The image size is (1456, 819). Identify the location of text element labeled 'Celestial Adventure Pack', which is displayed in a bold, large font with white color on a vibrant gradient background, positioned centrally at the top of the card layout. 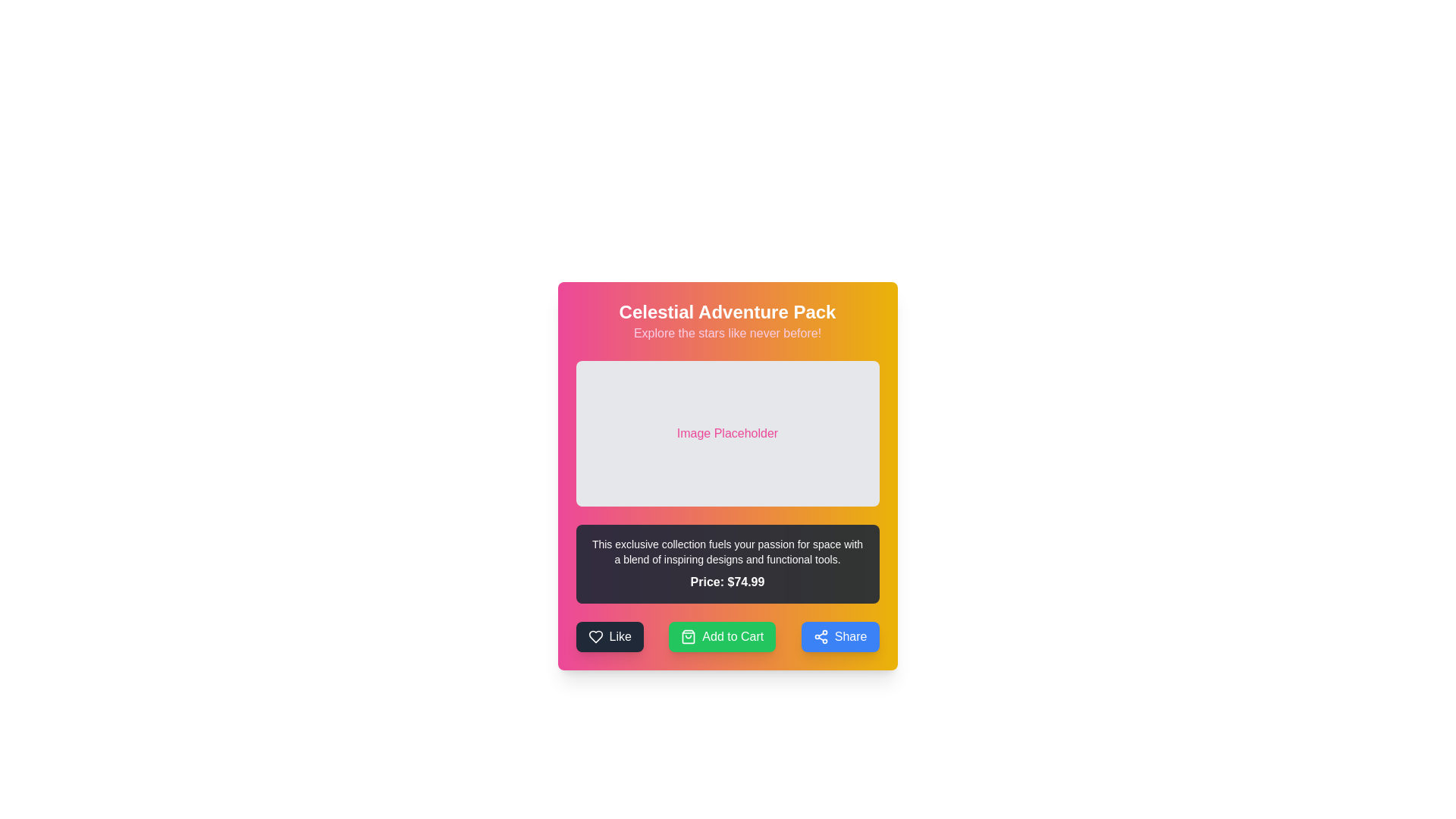
(726, 312).